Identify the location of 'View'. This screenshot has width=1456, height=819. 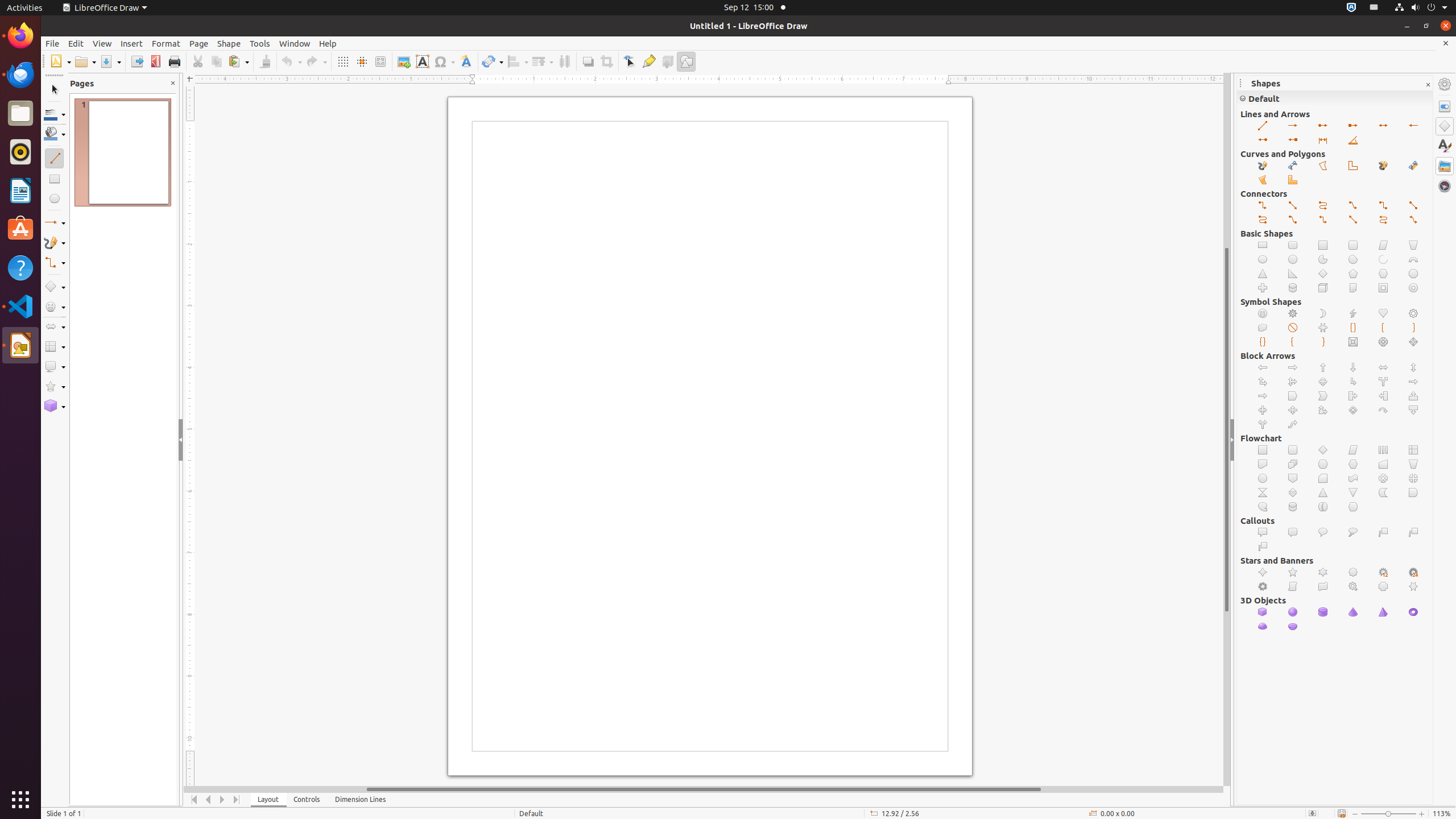
(102, 43).